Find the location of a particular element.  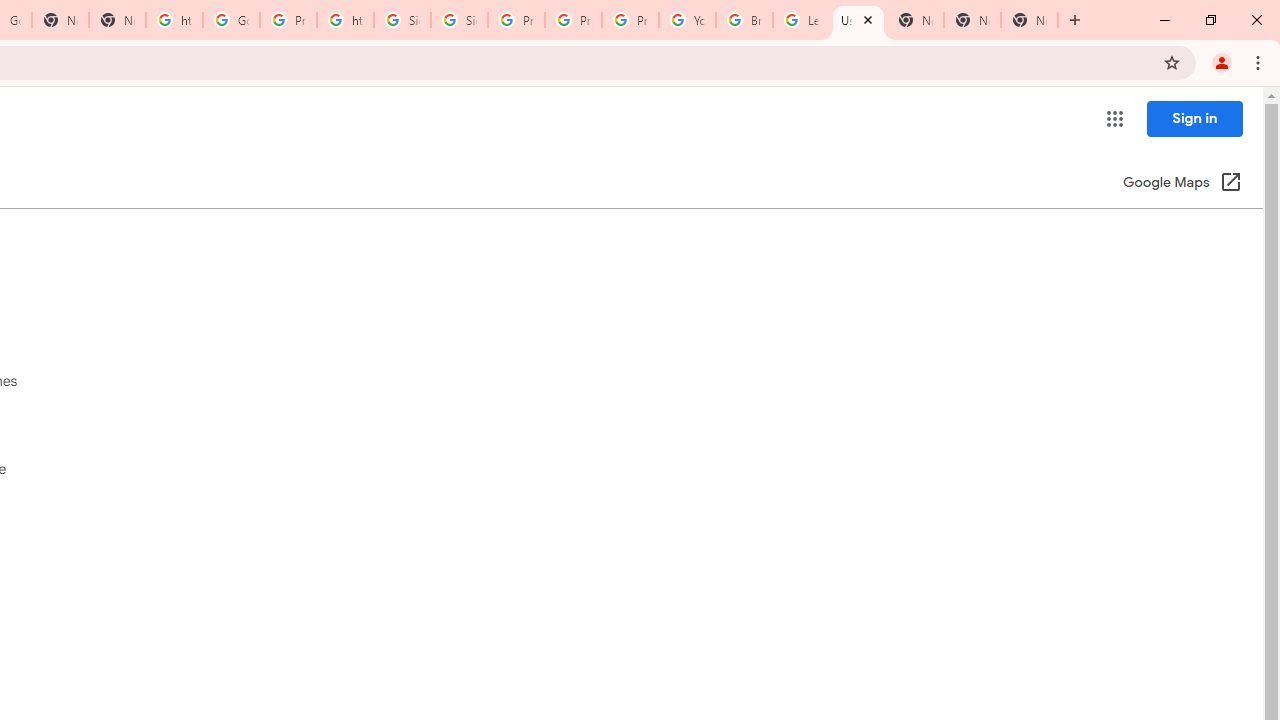

'Sign in - Google Accounts' is located at coordinates (401, 20).